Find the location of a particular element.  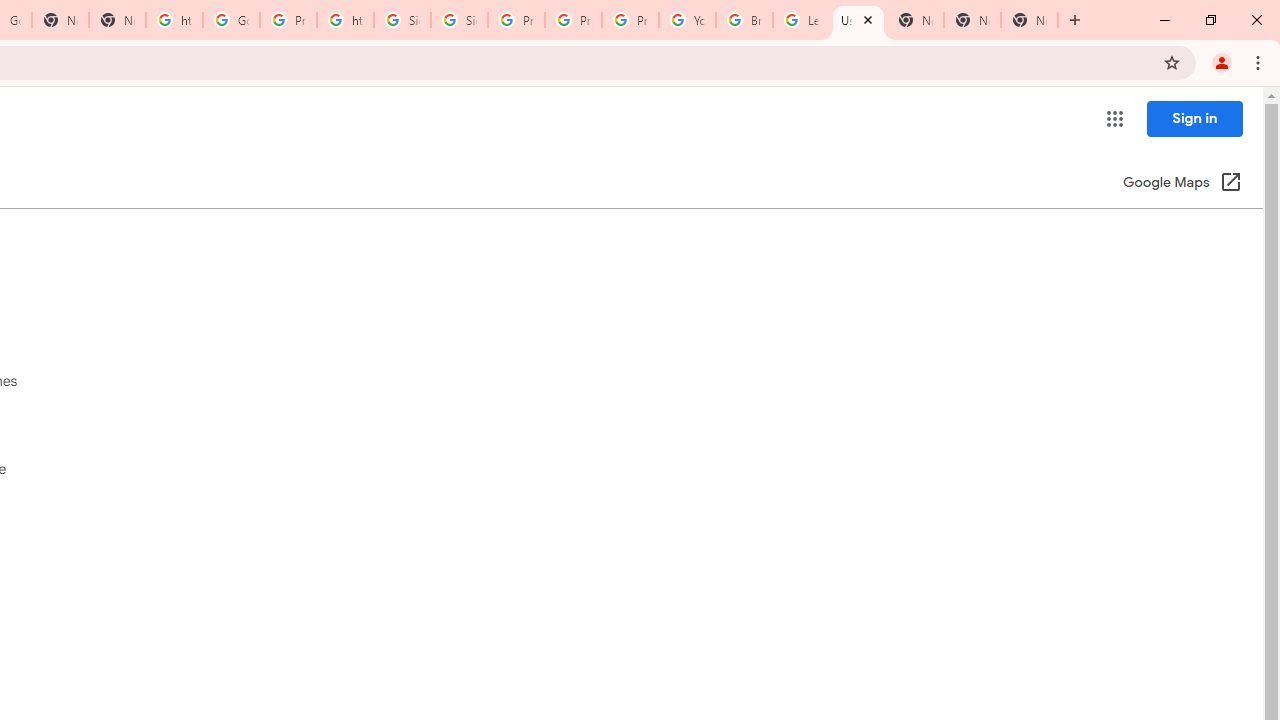

'Sign in - Google Accounts' is located at coordinates (401, 20).